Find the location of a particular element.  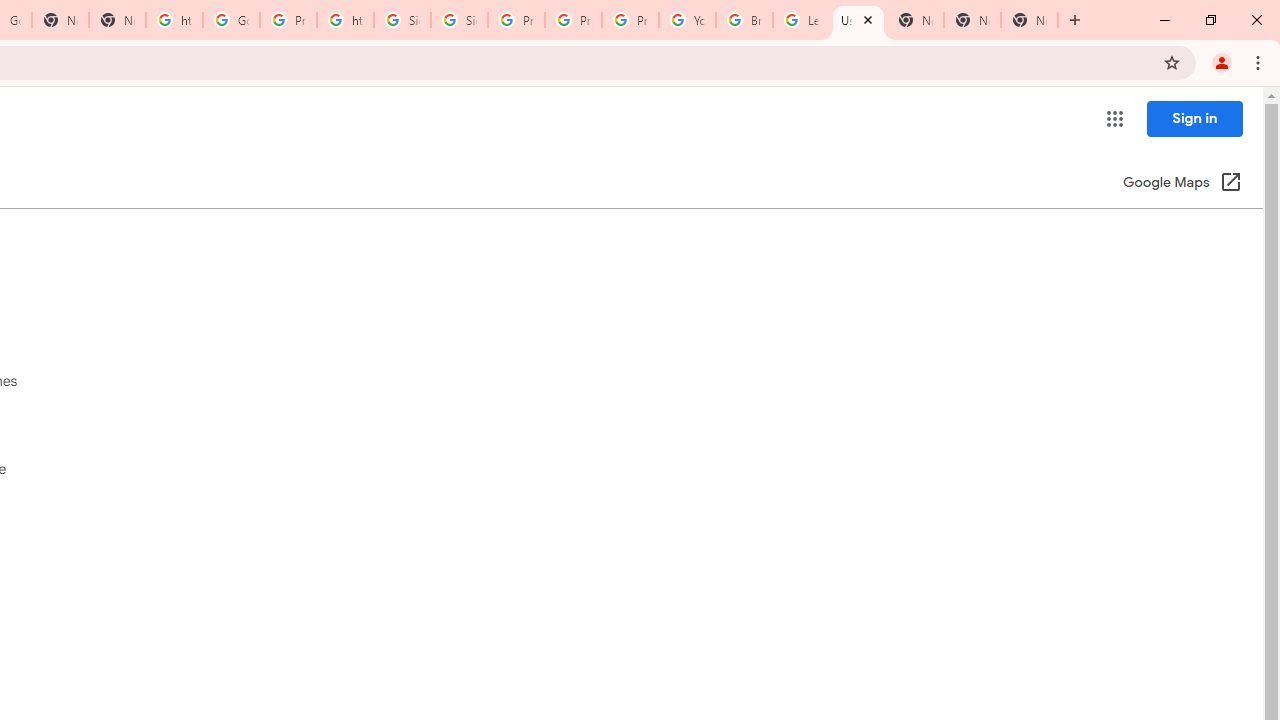

'Sign in - Google Accounts' is located at coordinates (401, 20).